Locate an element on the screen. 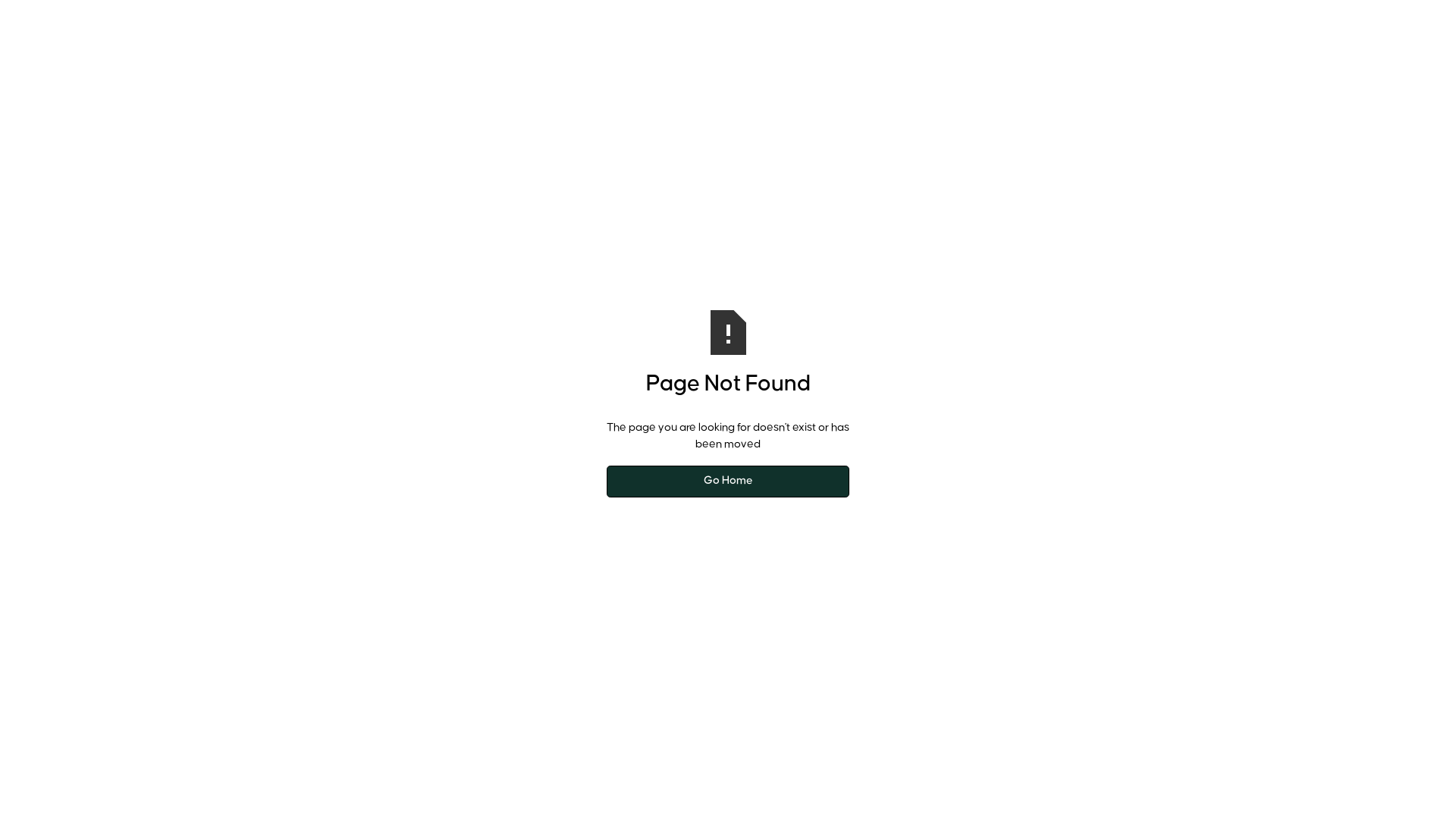 This screenshot has width=1456, height=819. 'Go Home' is located at coordinates (728, 482).